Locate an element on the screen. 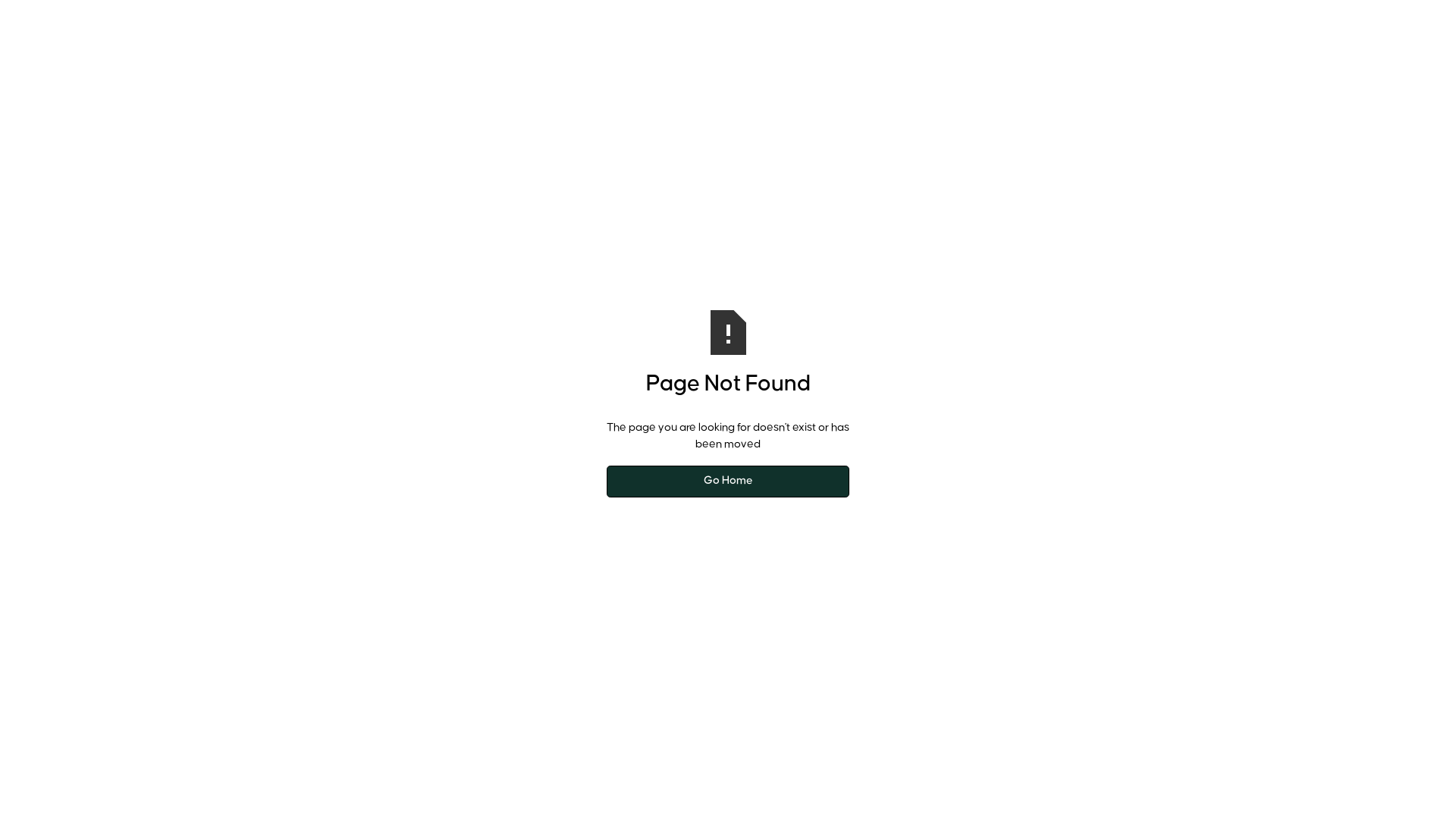 This screenshot has width=1456, height=819. 'Go Home' is located at coordinates (728, 482).